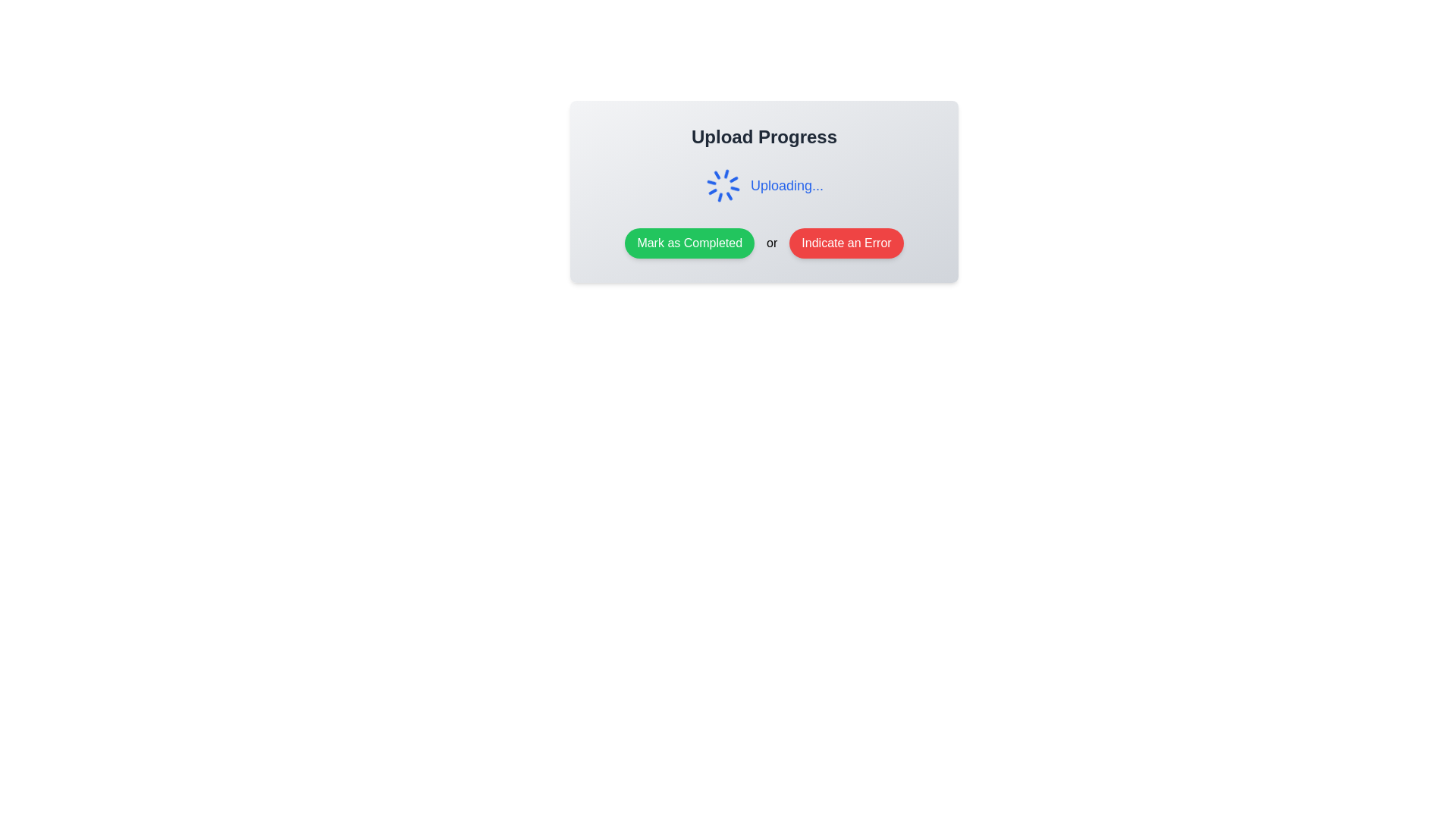  What do you see at coordinates (772, 242) in the screenshot?
I see `the Text label that visually separates the 'Mark as Completed' and 'Indicate an Error' buttons, located beneath the 'Upload Progress' header` at bounding box center [772, 242].